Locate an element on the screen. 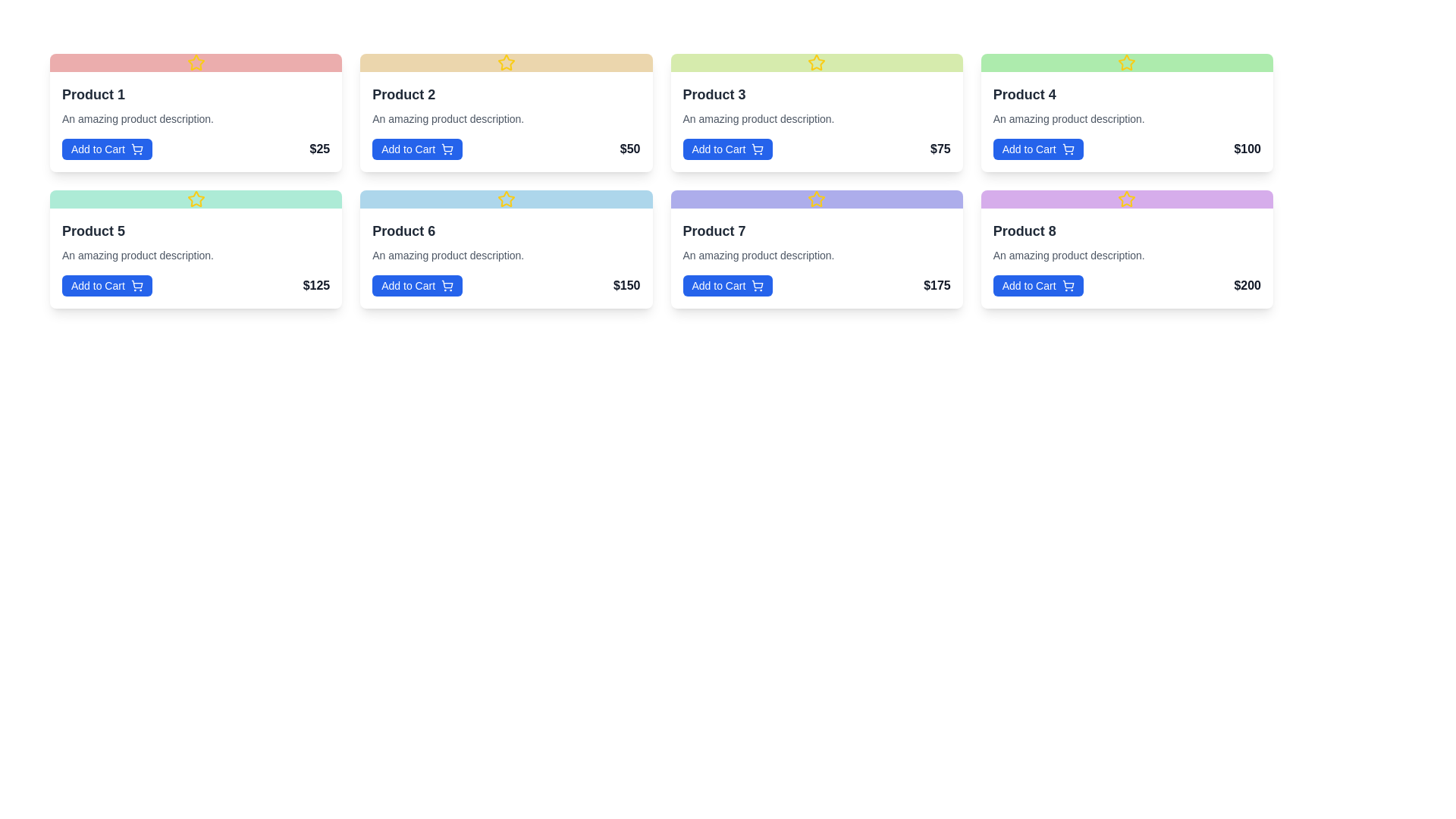 The width and height of the screenshot is (1456, 819). the shopping cart icon within the 'Add to Cart' button of the 'Product 5' card, which is represented as an SVG image with distinct round wheels is located at coordinates (136, 284).